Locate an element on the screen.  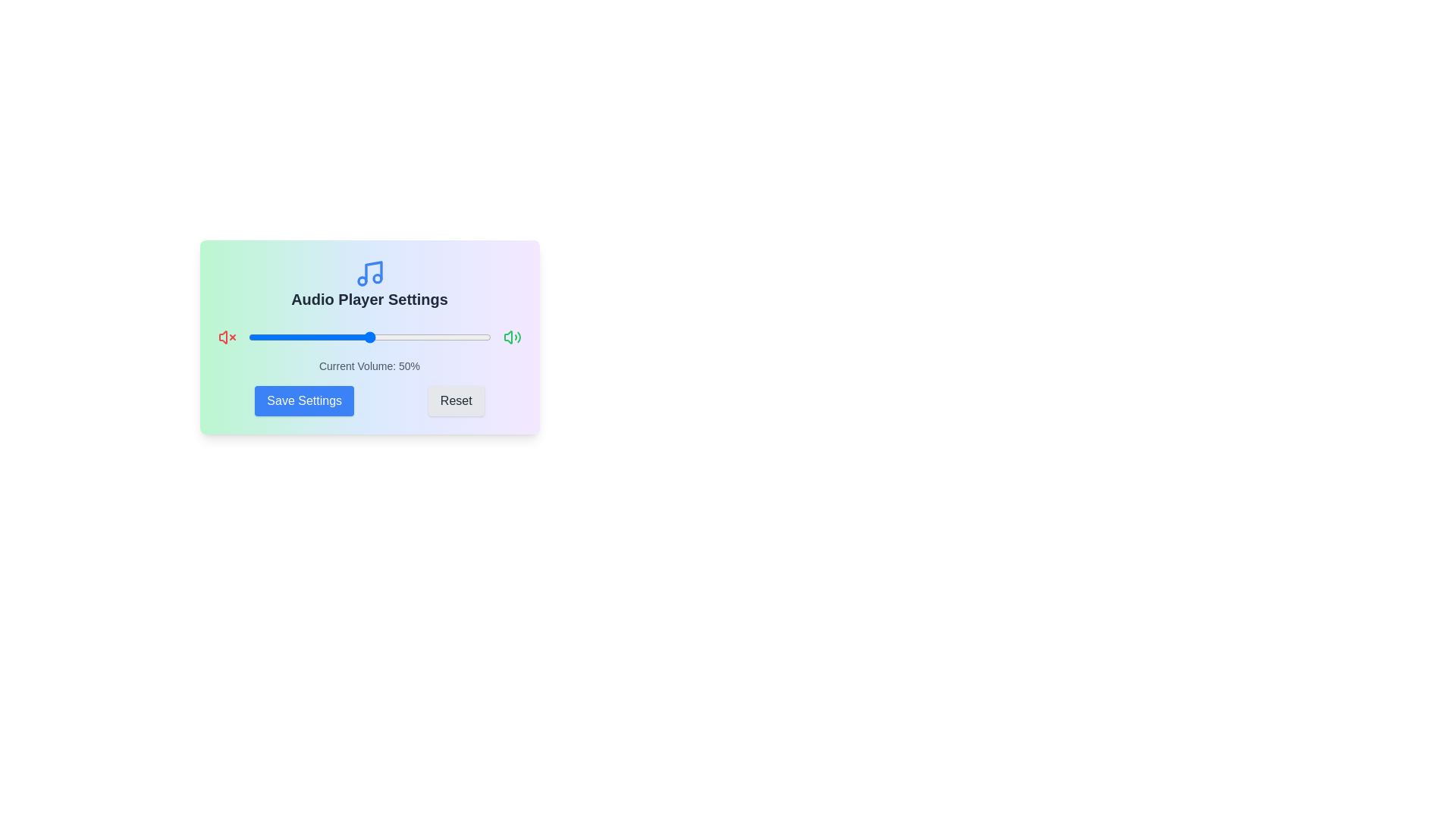
the reset settings button located is located at coordinates (454, 400).